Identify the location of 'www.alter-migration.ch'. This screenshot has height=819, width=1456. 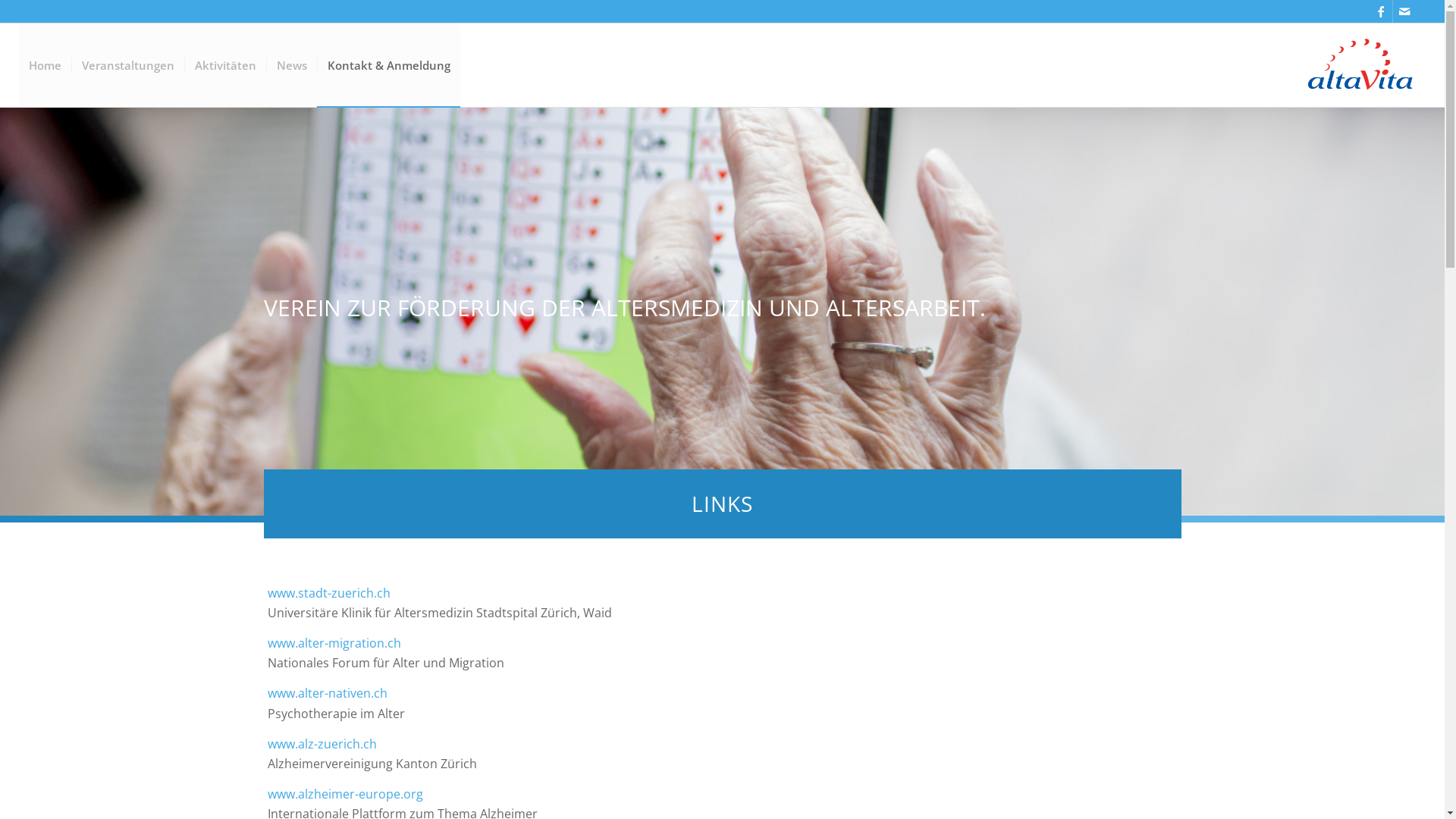
(333, 643).